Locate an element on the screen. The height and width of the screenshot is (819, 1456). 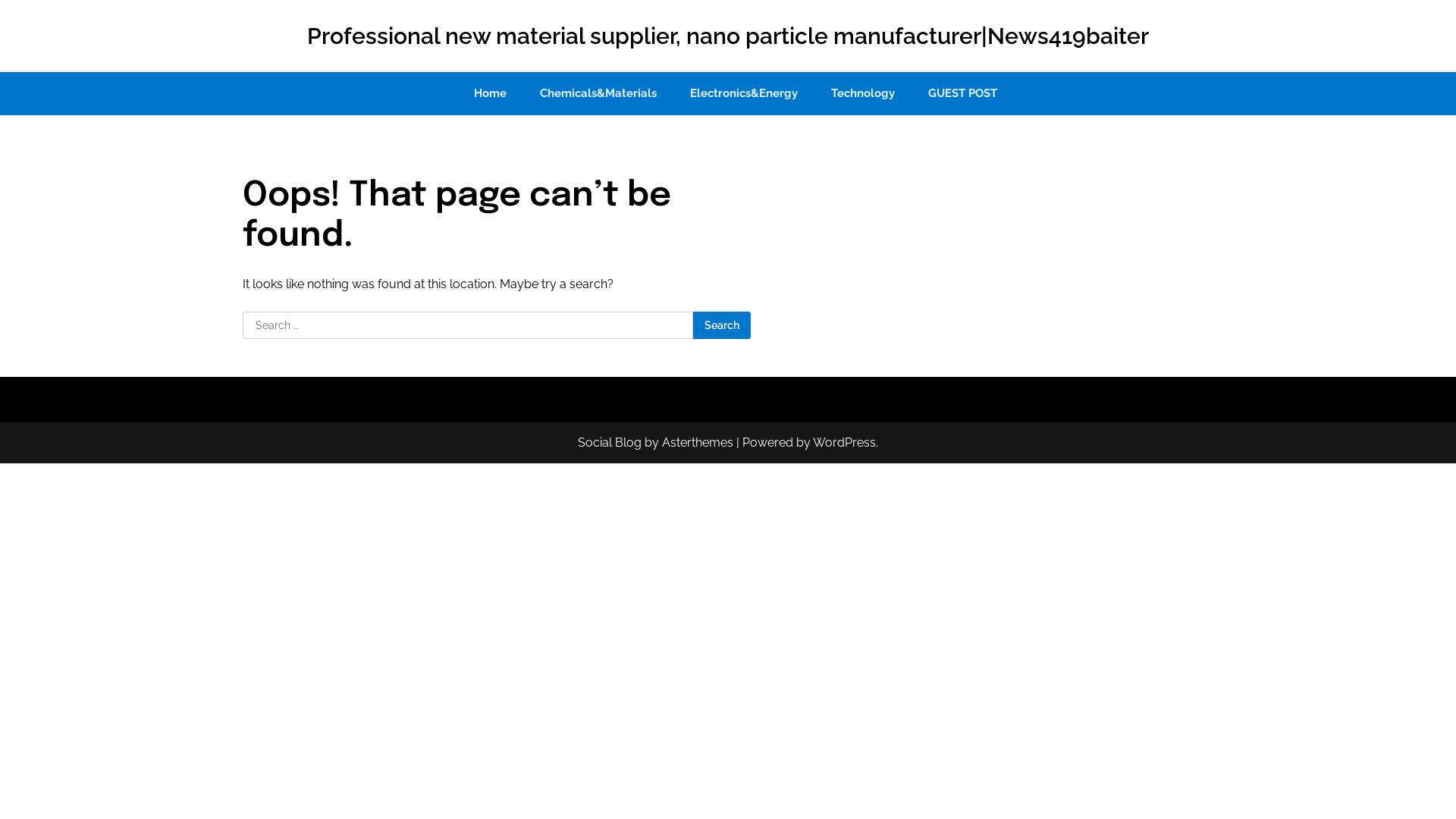
'Search' is located at coordinates (720, 324).